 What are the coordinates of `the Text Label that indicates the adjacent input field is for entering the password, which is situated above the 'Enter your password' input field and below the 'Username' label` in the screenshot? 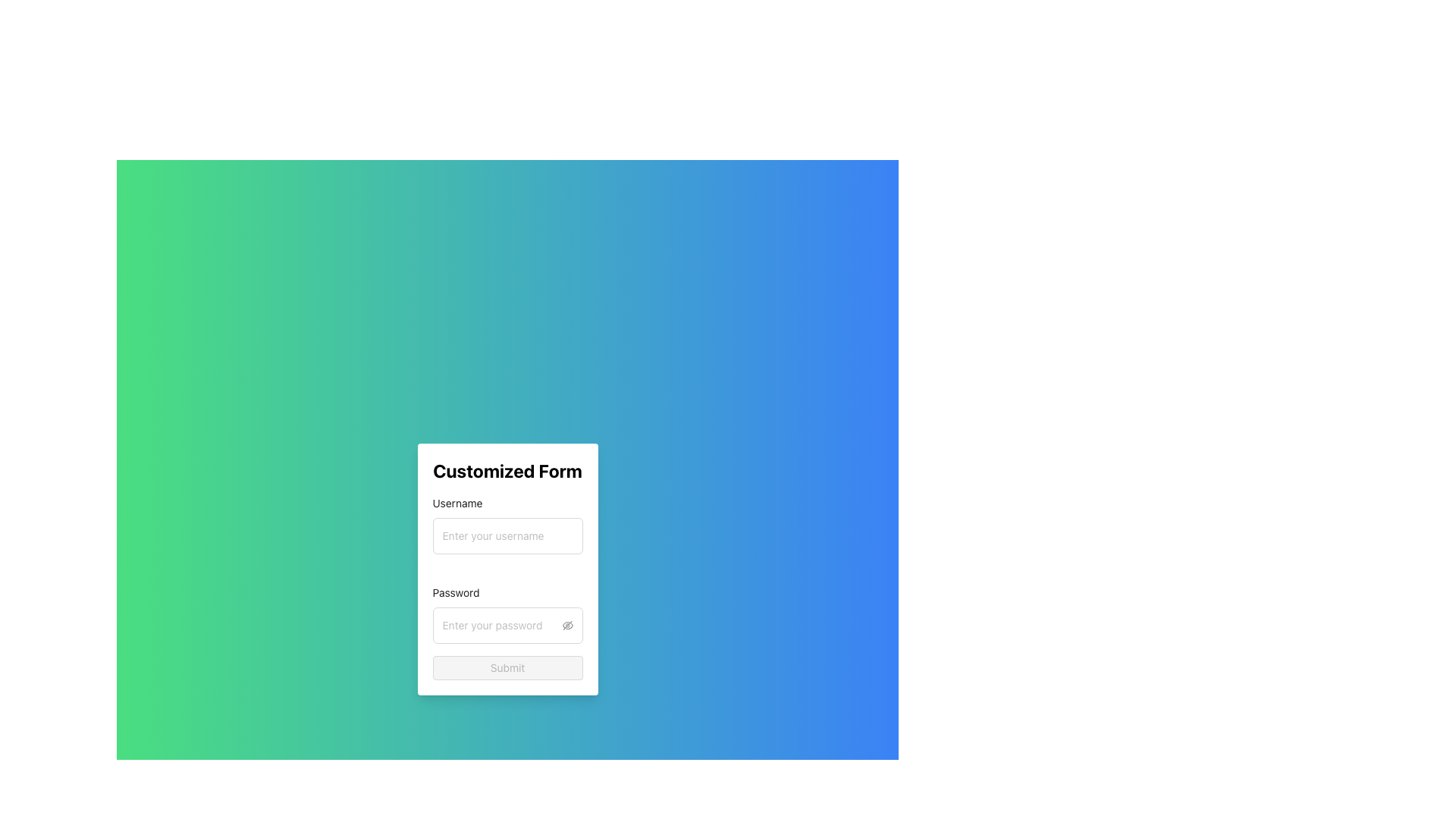 It's located at (460, 592).